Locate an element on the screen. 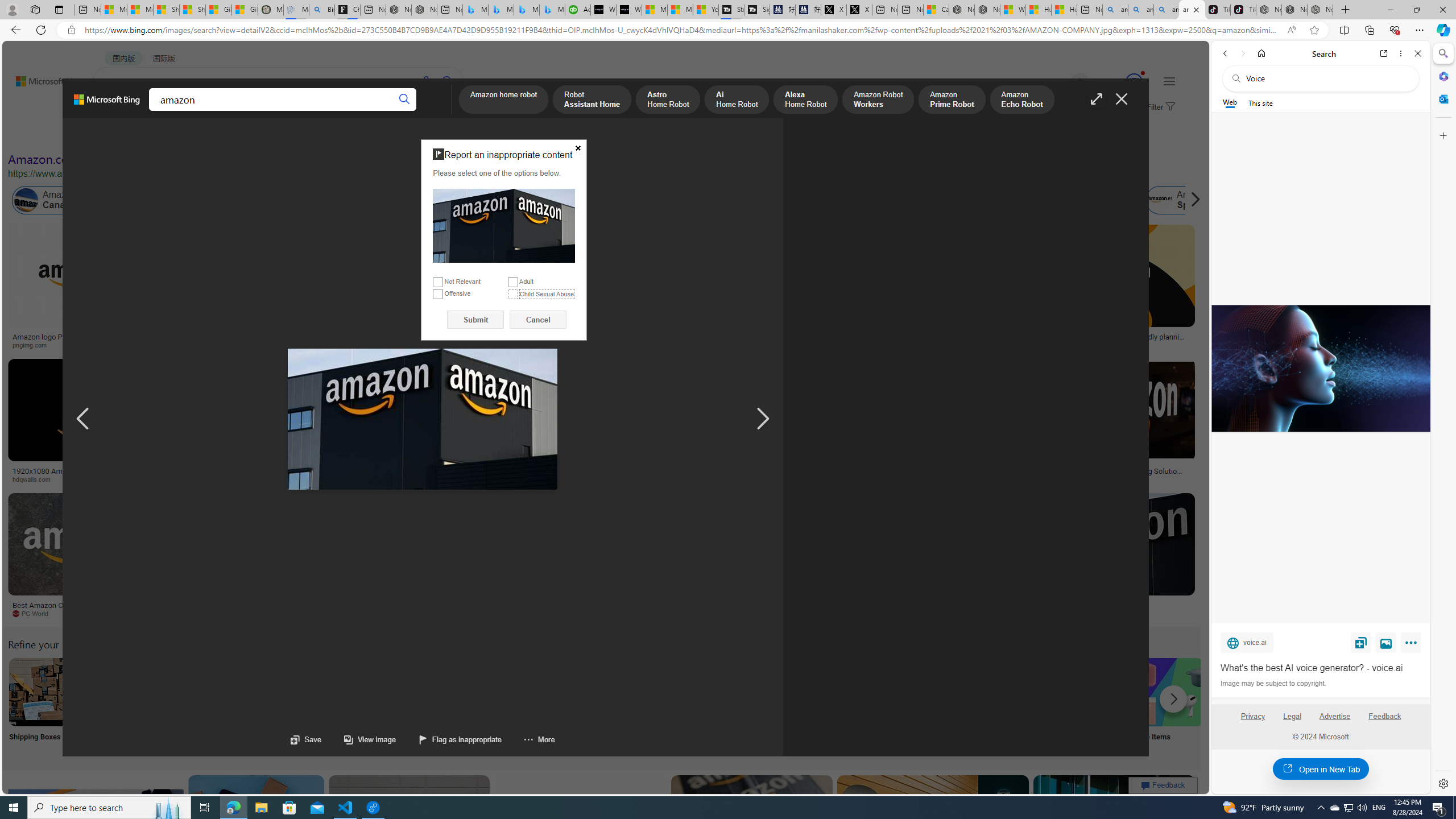 Image resolution: width=1456 pixels, height=819 pixels. 'usatoday.com' is located at coordinates (403, 344).